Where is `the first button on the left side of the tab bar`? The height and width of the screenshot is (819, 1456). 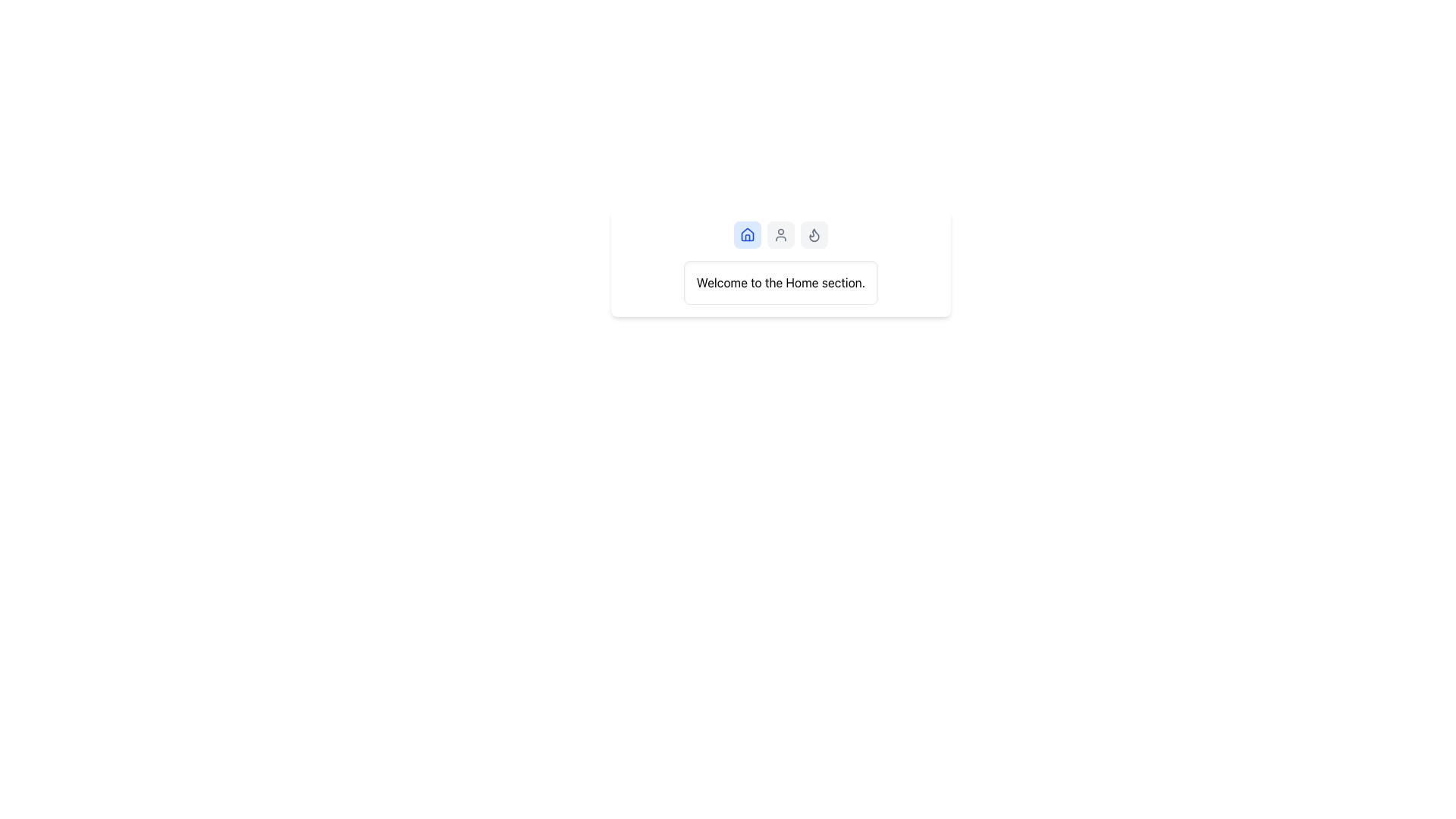 the first button on the left side of the tab bar is located at coordinates (747, 234).